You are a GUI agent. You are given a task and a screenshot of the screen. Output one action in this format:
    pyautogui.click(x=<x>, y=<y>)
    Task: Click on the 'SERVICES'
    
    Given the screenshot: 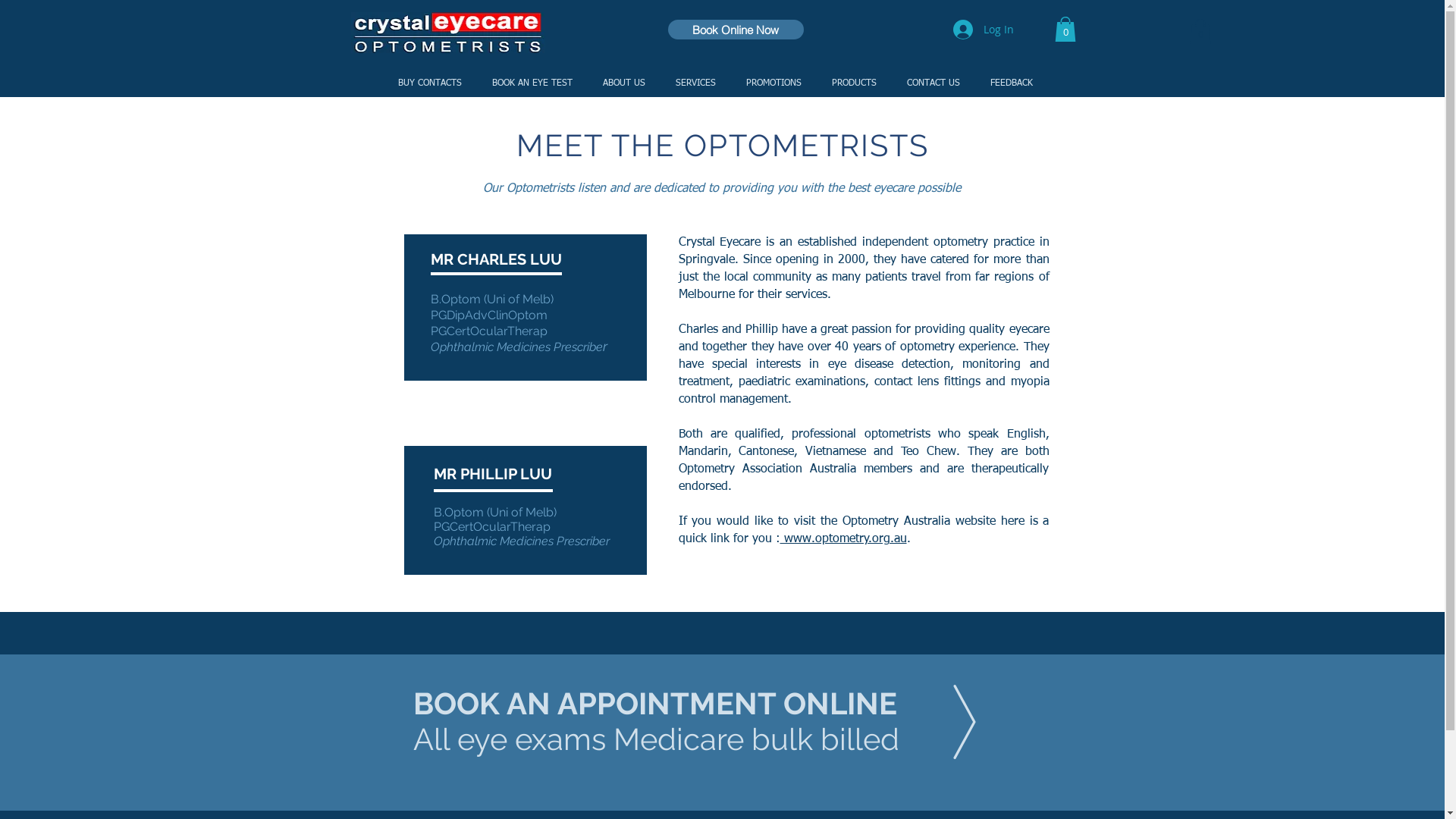 What is the action you would take?
    pyautogui.click(x=694, y=83)
    